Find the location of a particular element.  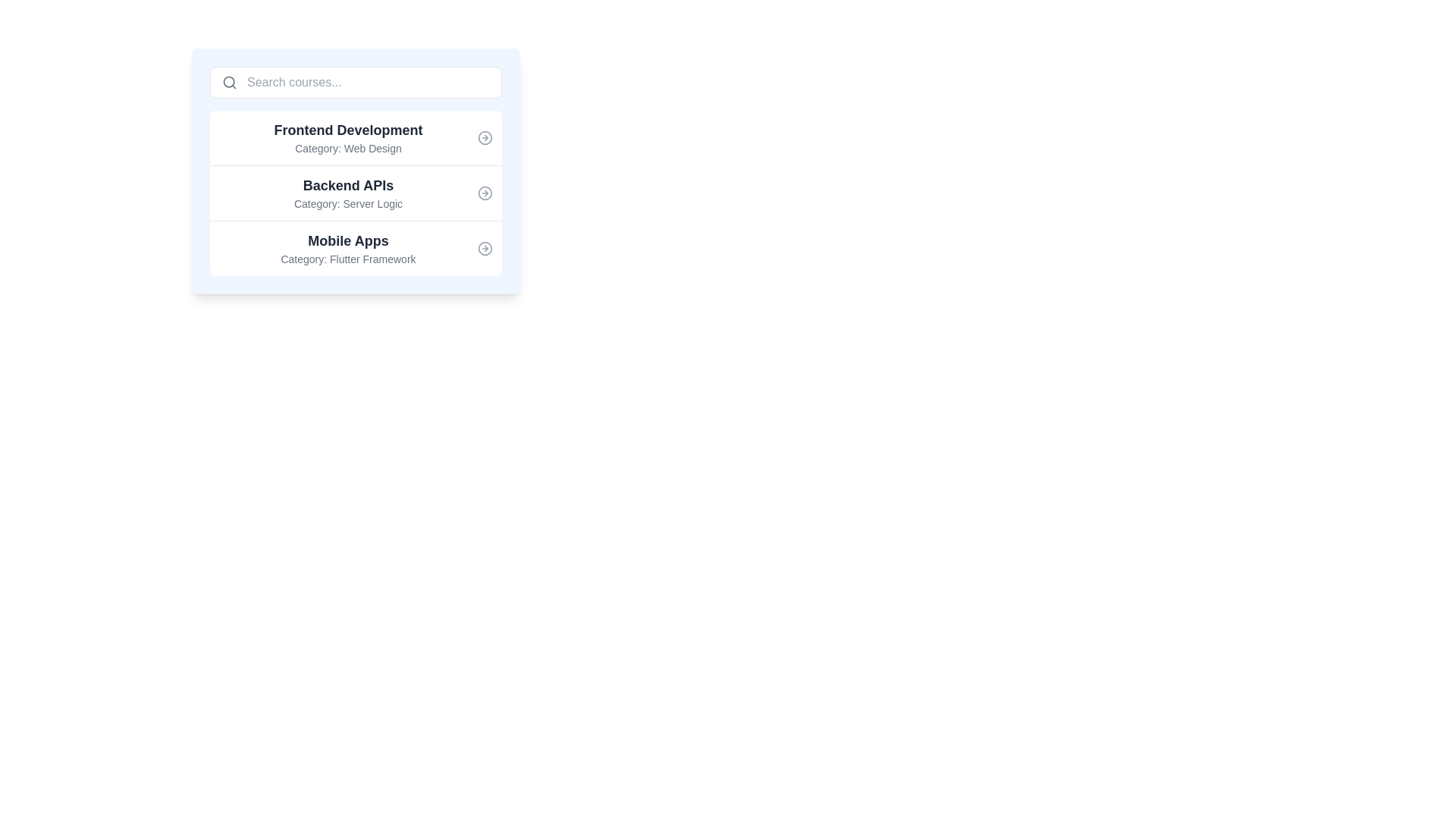

the Text Label that provides additional information about the 'Frontend Development' category, positioned directly below its corresponding text is located at coordinates (347, 149).